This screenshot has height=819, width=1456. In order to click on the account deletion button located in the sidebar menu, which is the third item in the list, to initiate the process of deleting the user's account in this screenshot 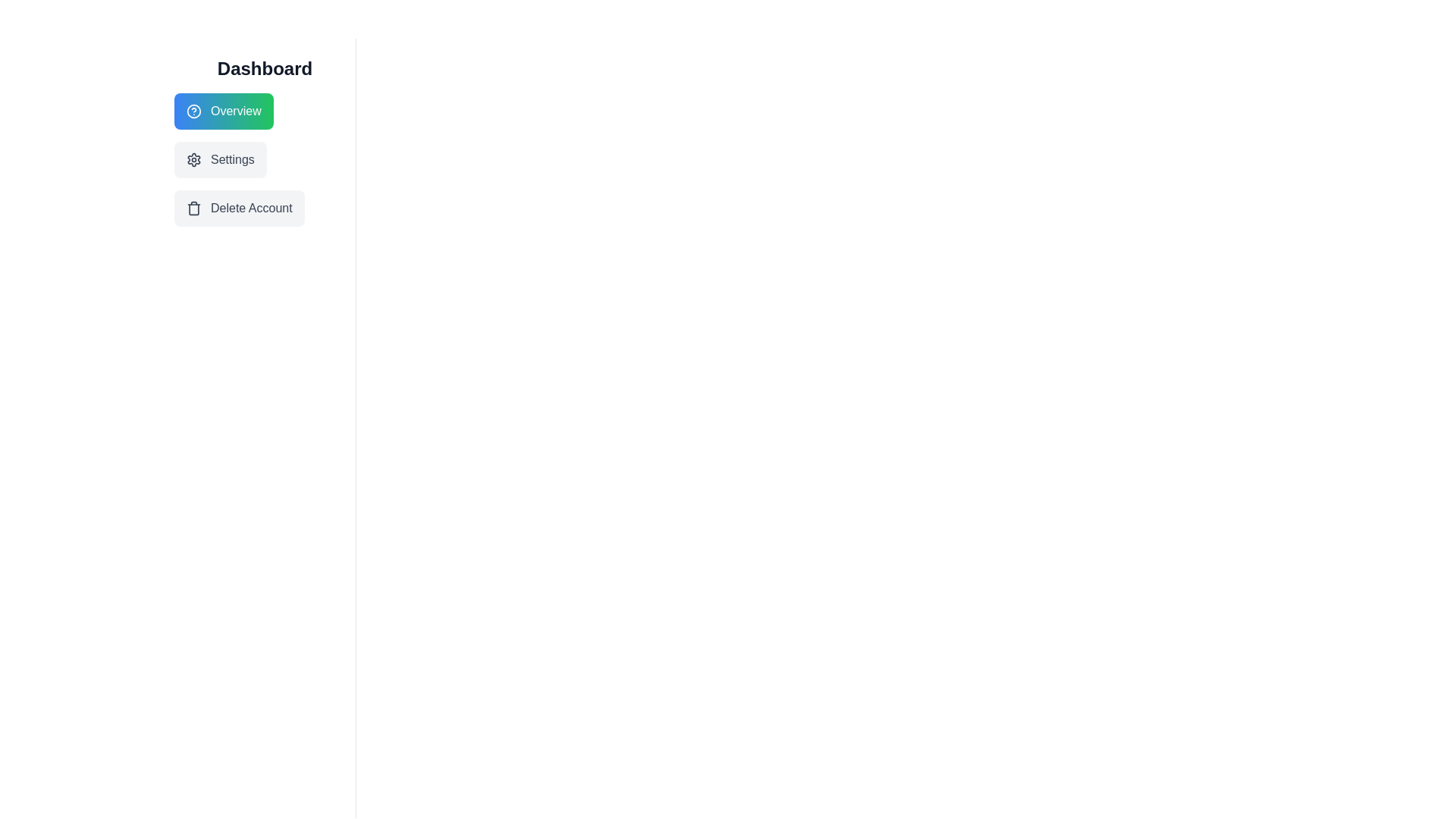, I will do `click(238, 208)`.